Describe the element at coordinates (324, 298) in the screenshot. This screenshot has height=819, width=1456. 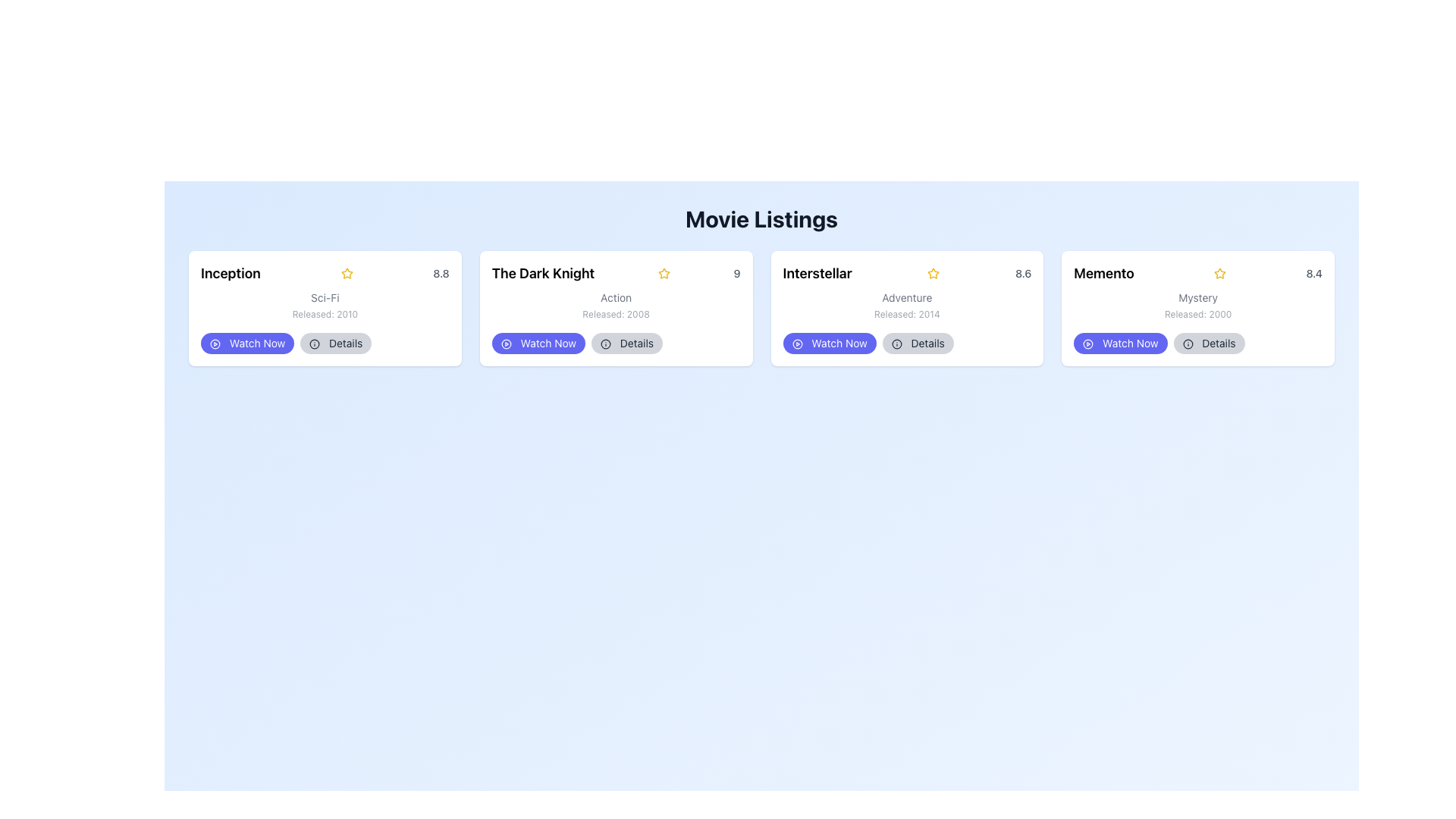
I see `the text label displaying the genre of the movie 'Inception', which is centrally positioned below the rating '8.8' and above the release year '2010'` at that location.